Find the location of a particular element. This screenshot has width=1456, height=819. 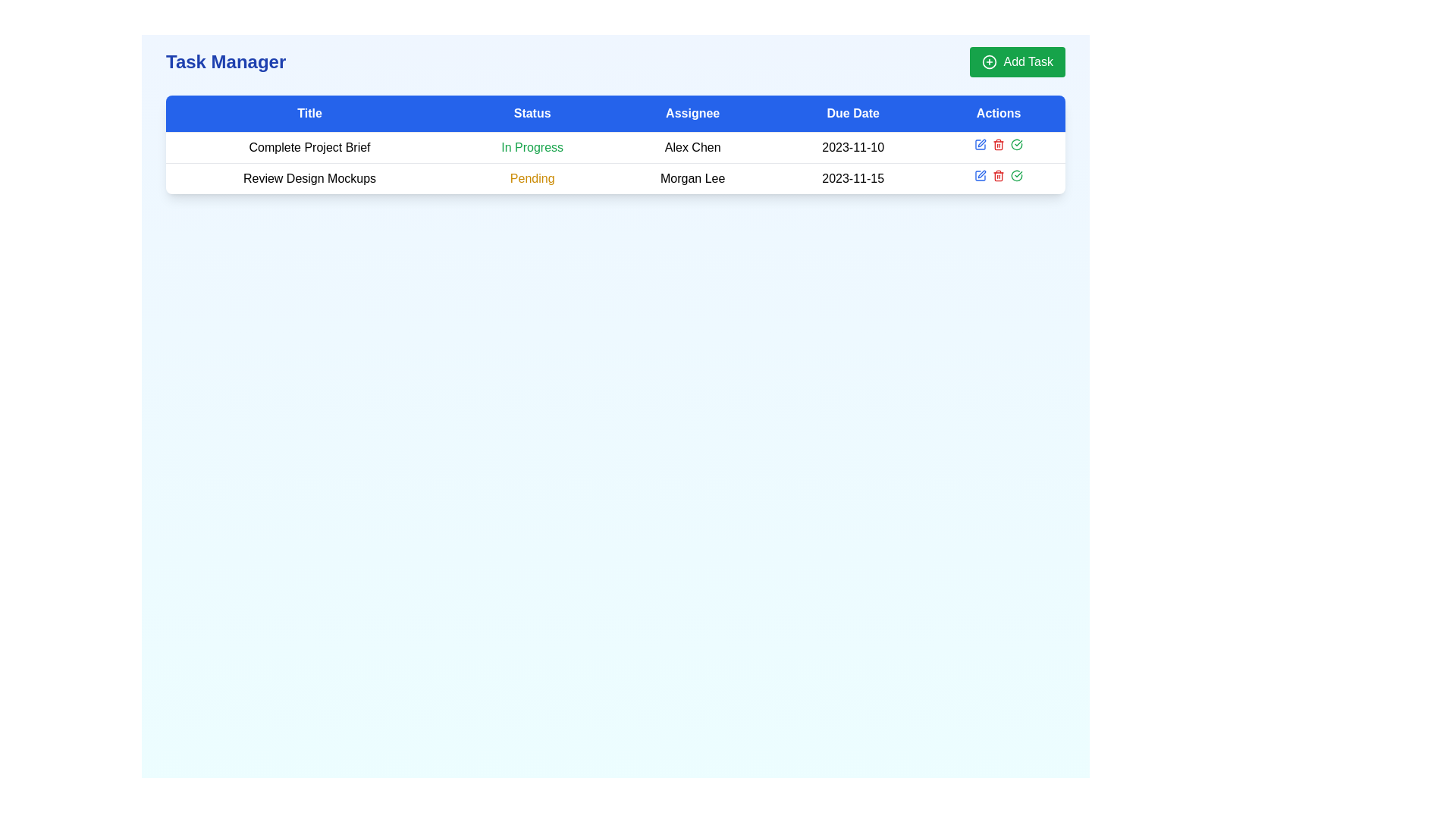

the Table Header Cell that serves as the label for the 'Actions' column, located at the top-right corner of the table is located at coordinates (999, 113).